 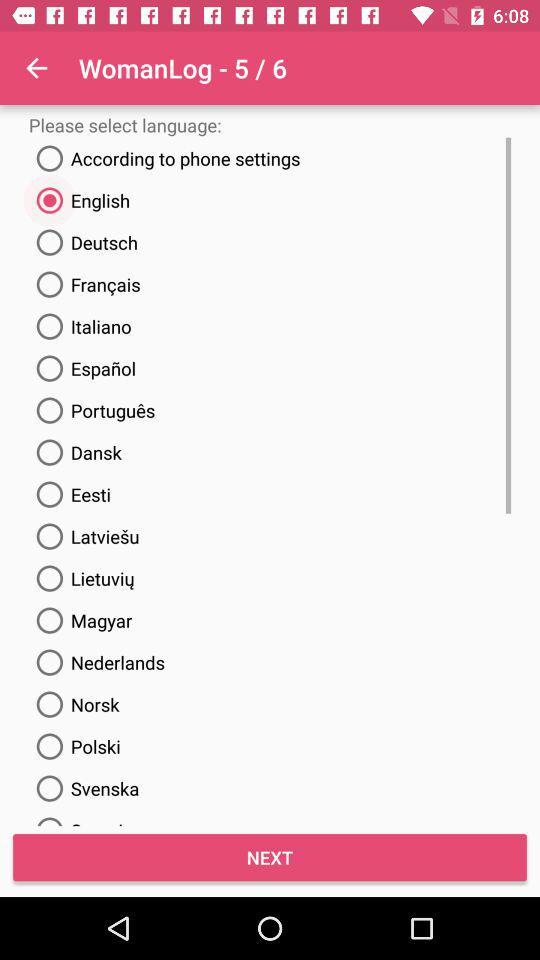 What do you see at coordinates (68, 493) in the screenshot?
I see `on eesti` at bounding box center [68, 493].